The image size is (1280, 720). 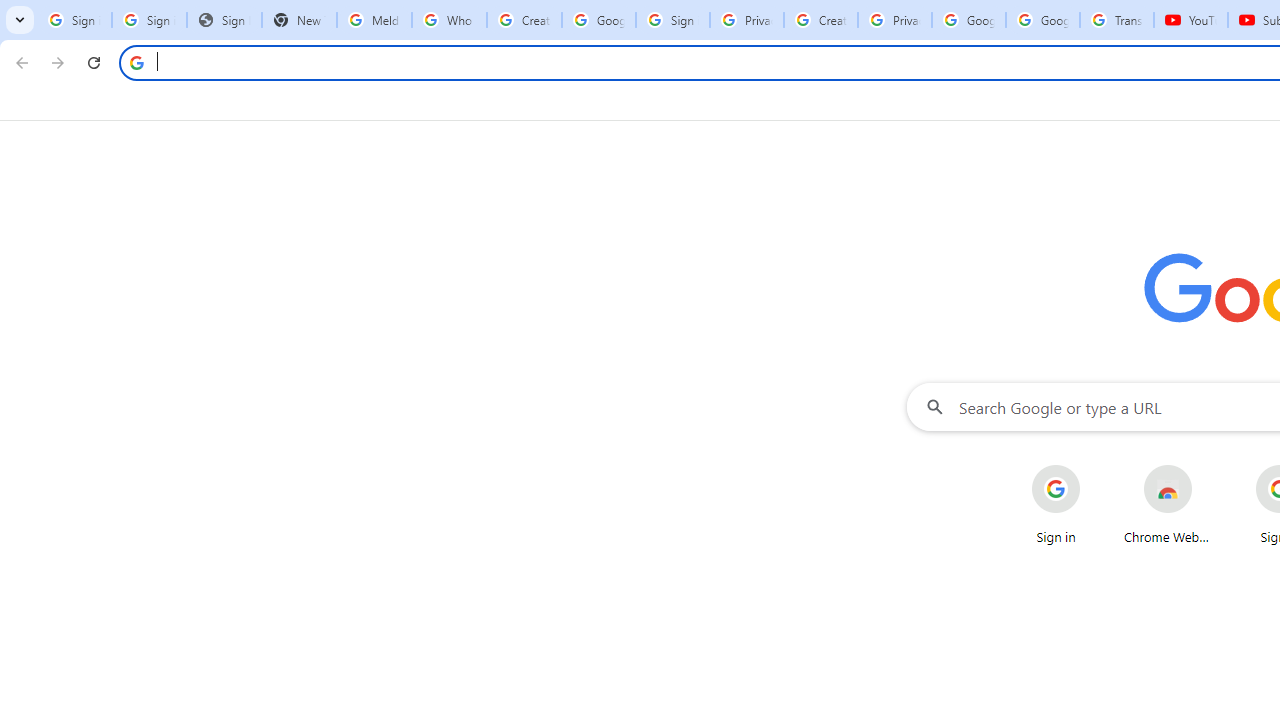 I want to click on 'Chrome Web Store', so click(x=1168, y=504).